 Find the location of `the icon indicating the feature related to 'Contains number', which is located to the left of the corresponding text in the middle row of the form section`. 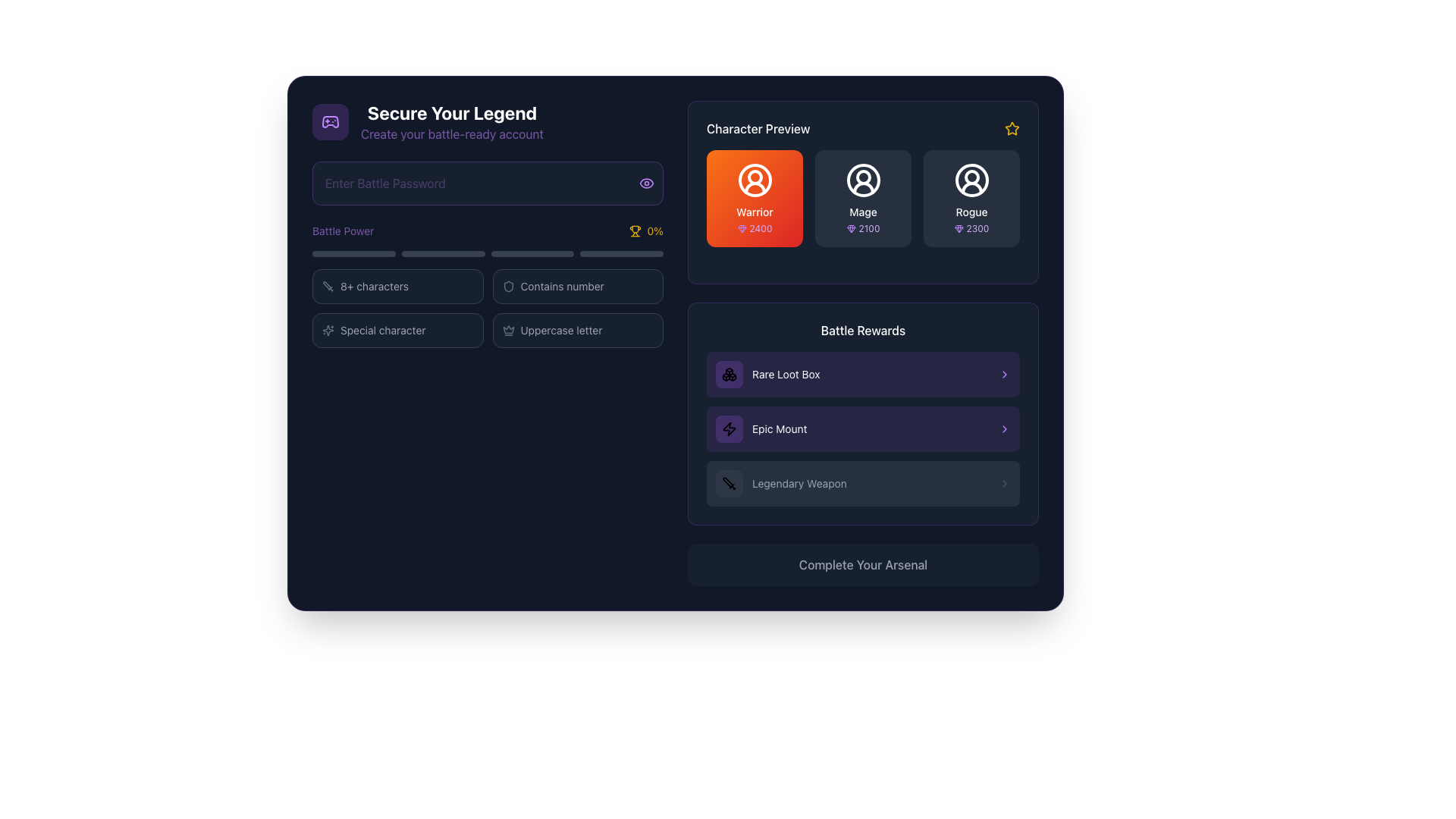

the icon indicating the feature related to 'Contains number', which is located to the left of the corresponding text in the middle row of the form section is located at coordinates (508, 287).